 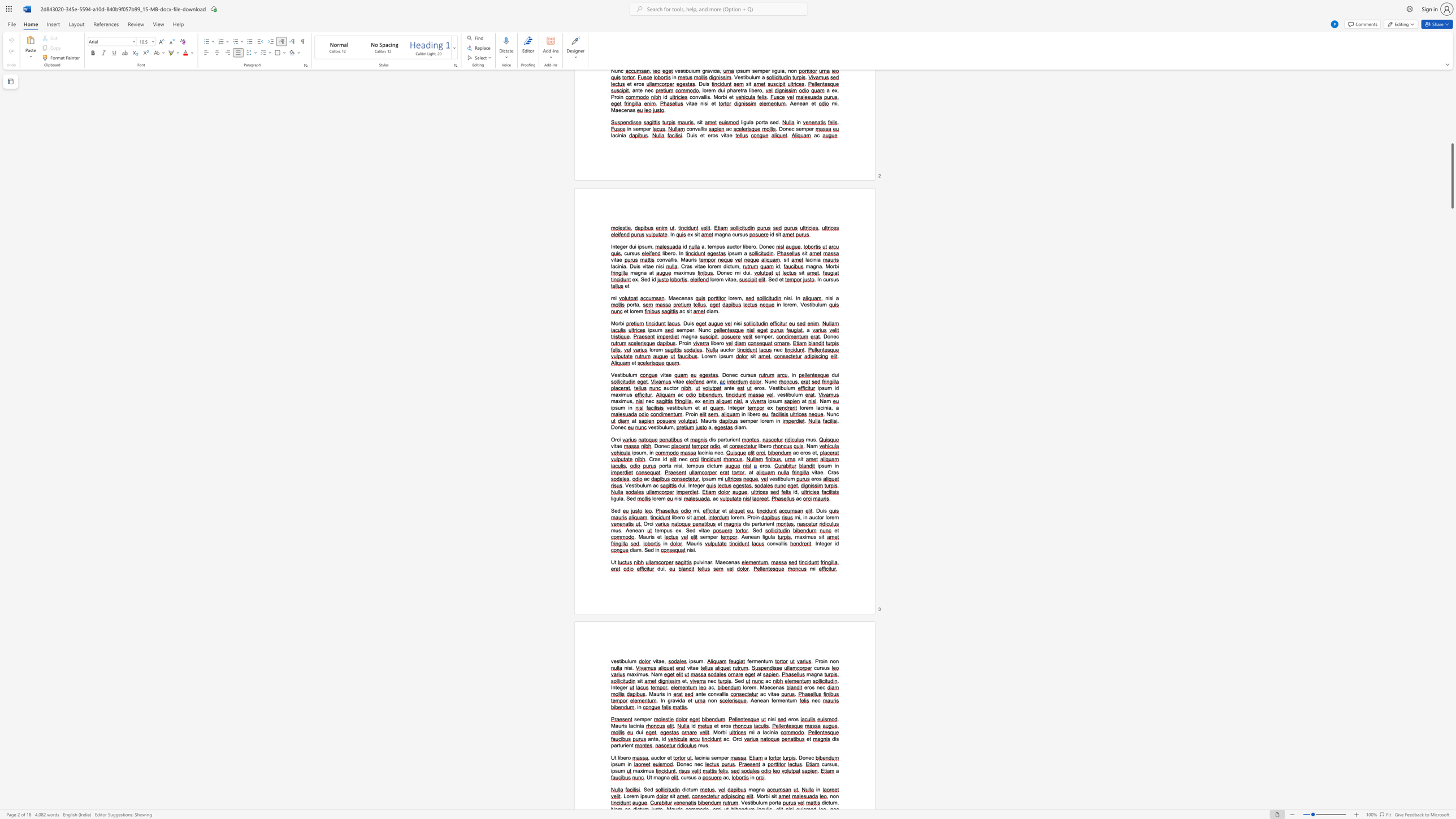 I want to click on the space between the continuous character "u" and "r" in the text, so click(x=621, y=725).